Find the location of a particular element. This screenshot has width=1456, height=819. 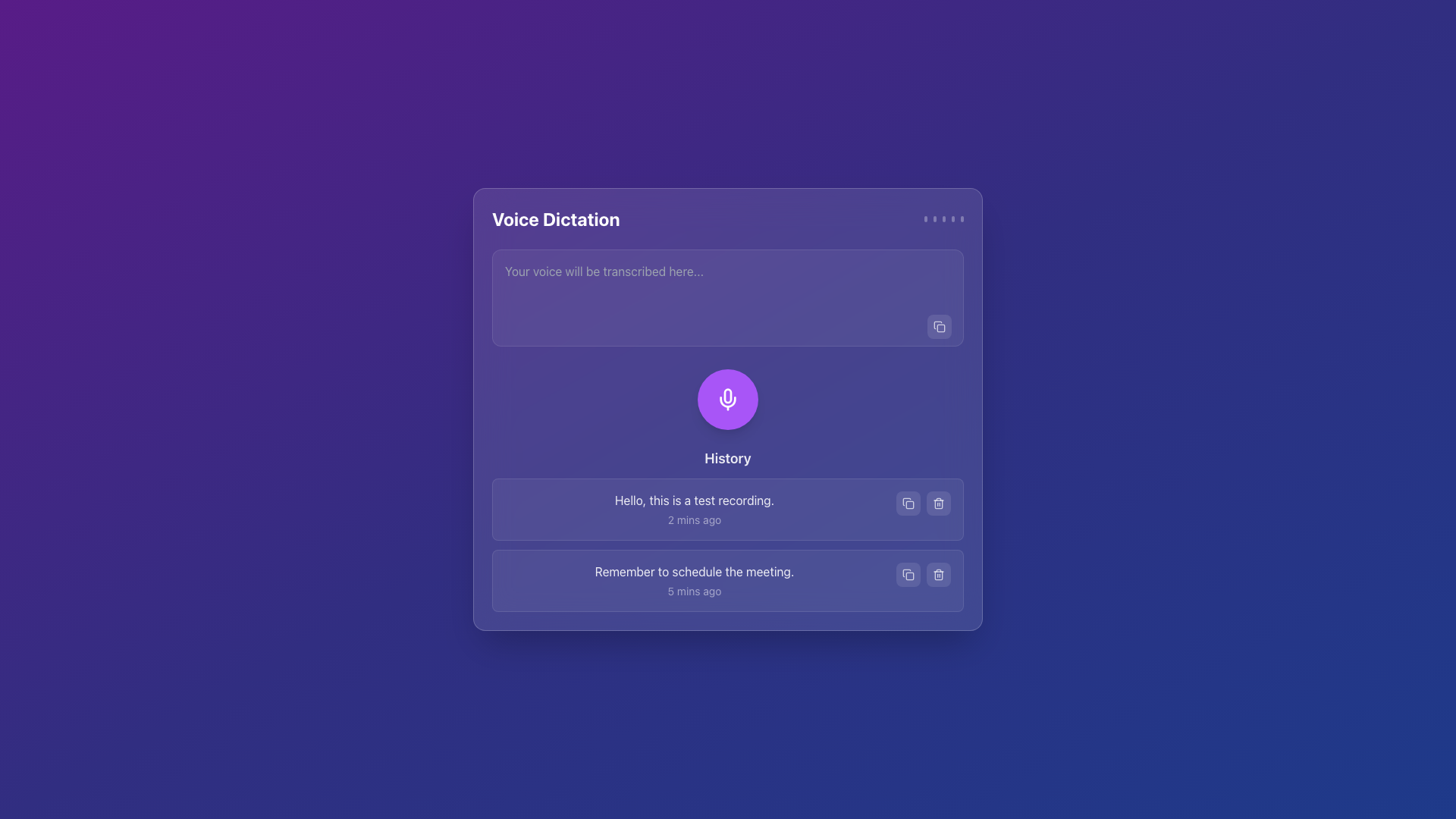

the compact icon button displaying two overlapping squares, located in the second entry of the 'History' section on the right side is located at coordinates (908, 503).